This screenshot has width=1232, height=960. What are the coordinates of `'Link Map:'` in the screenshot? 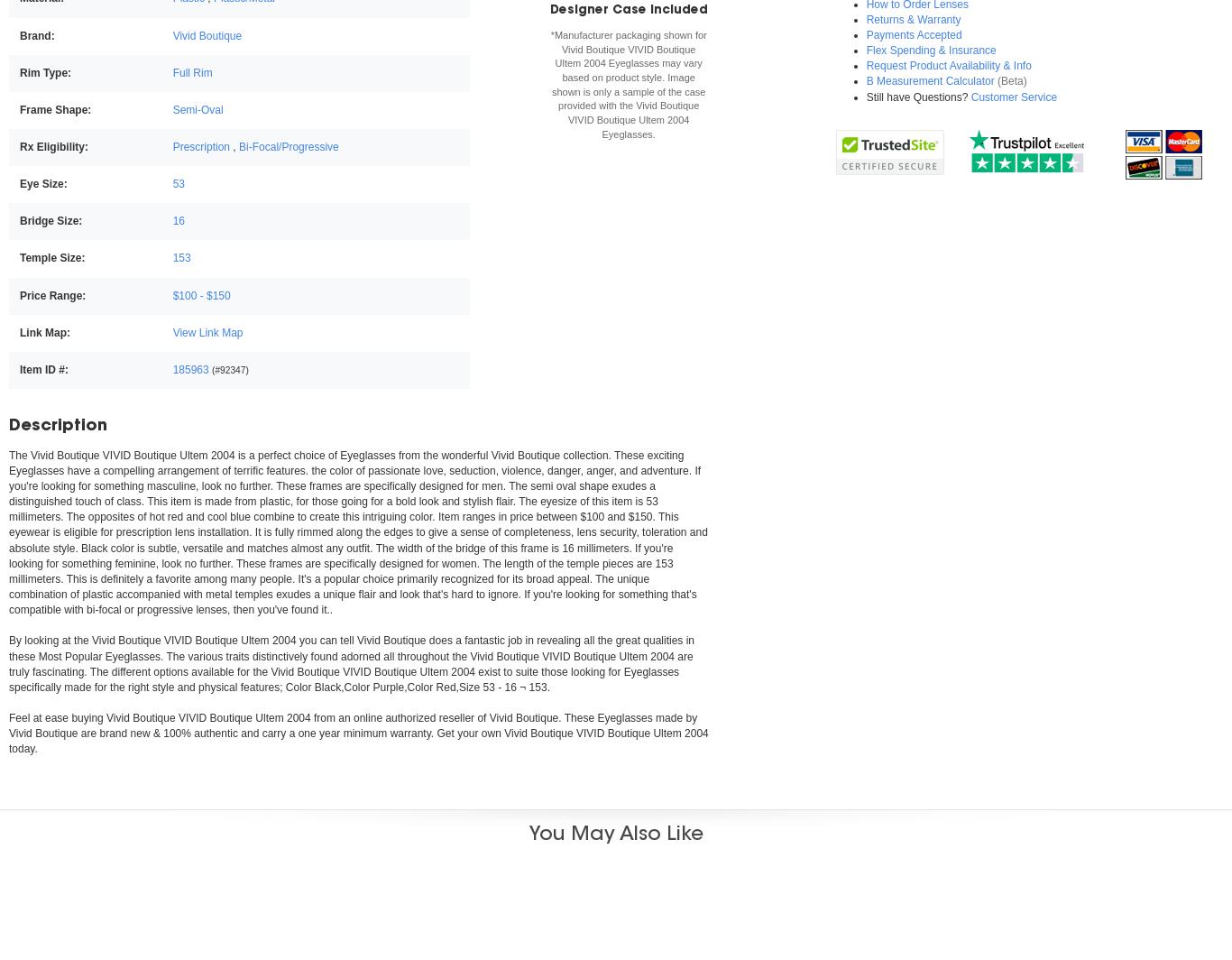 It's located at (44, 332).